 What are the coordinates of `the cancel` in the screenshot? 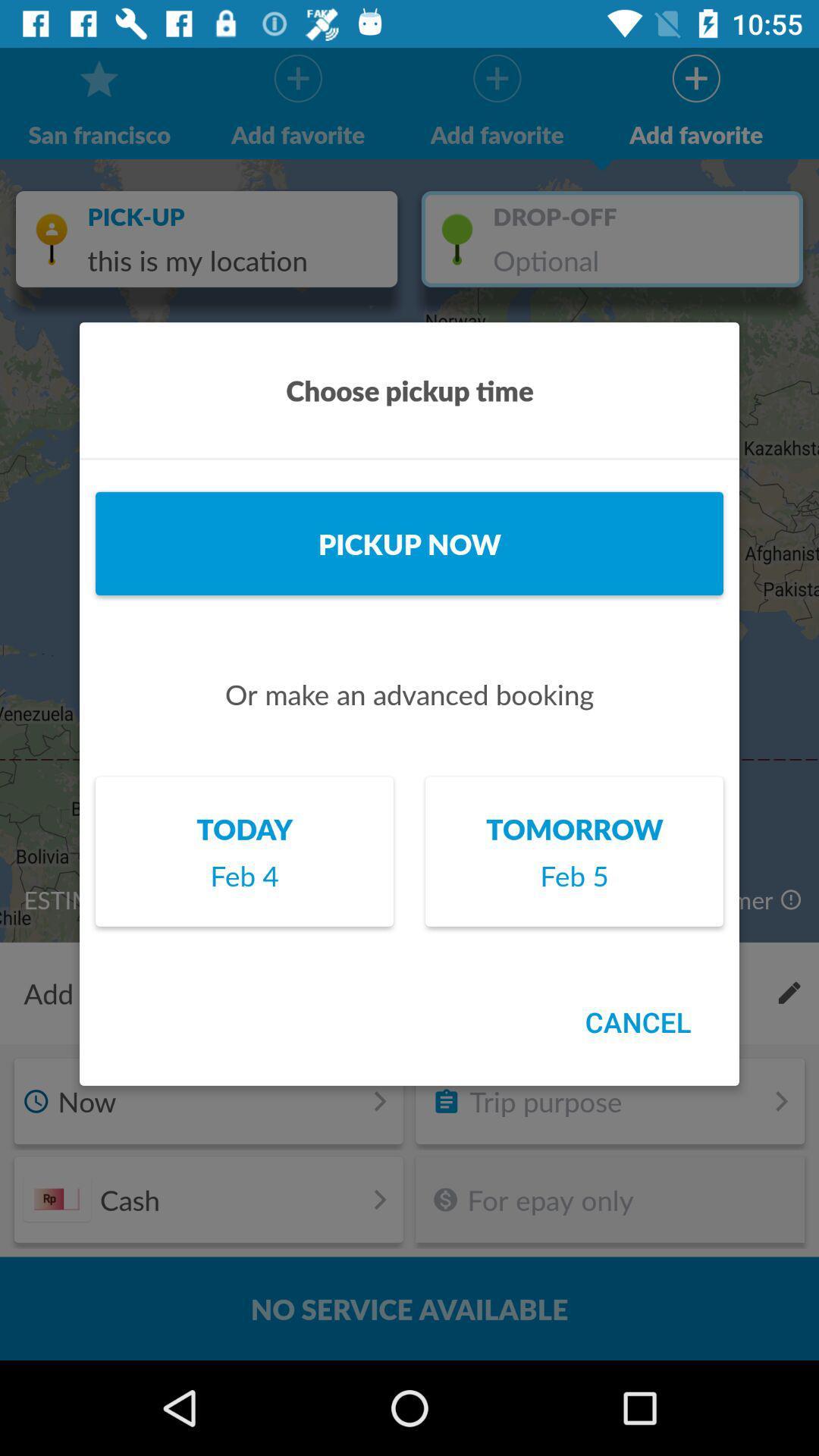 It's located at (638, 1021).